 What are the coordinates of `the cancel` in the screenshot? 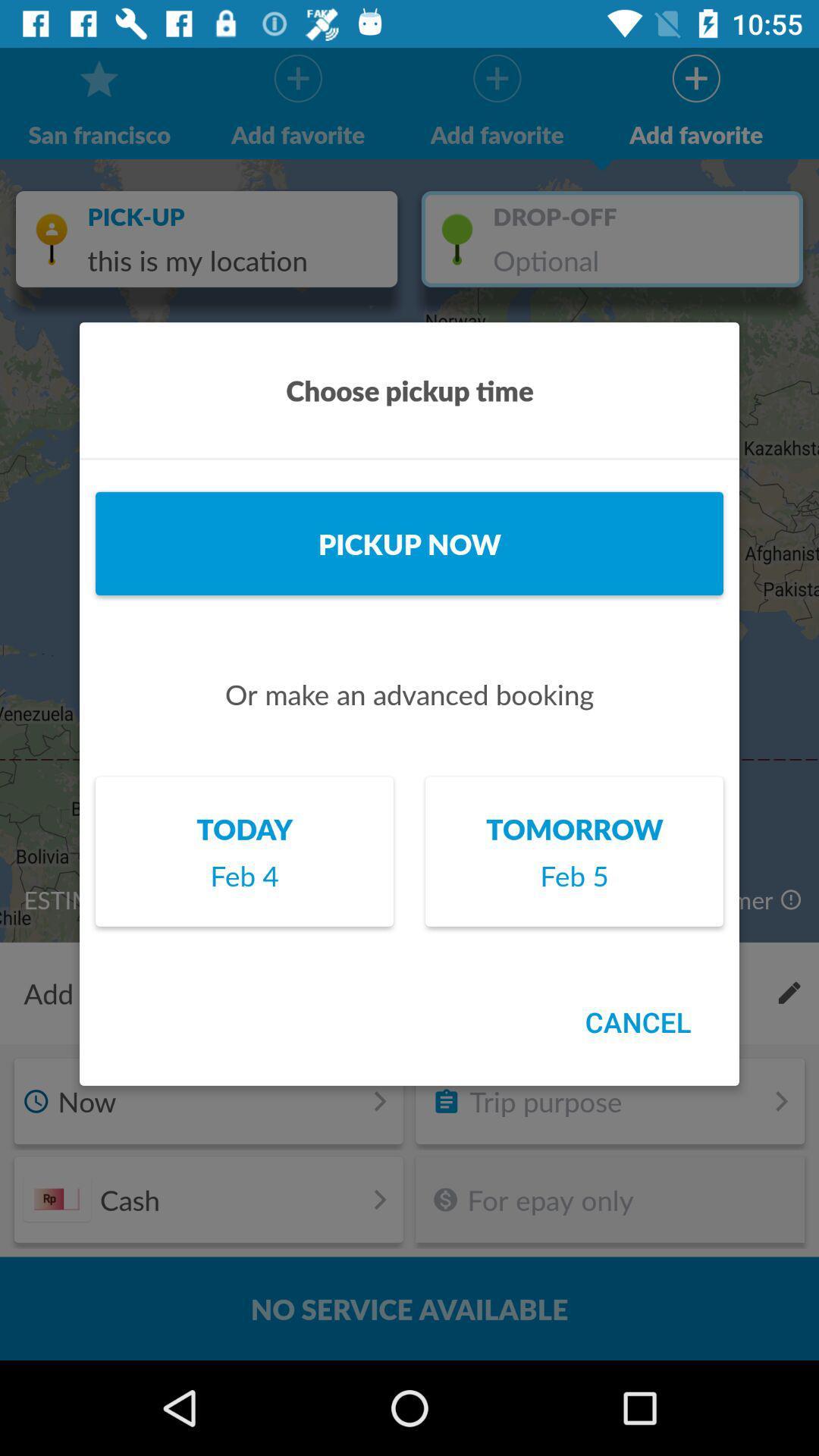 It's located at (638, 1021).